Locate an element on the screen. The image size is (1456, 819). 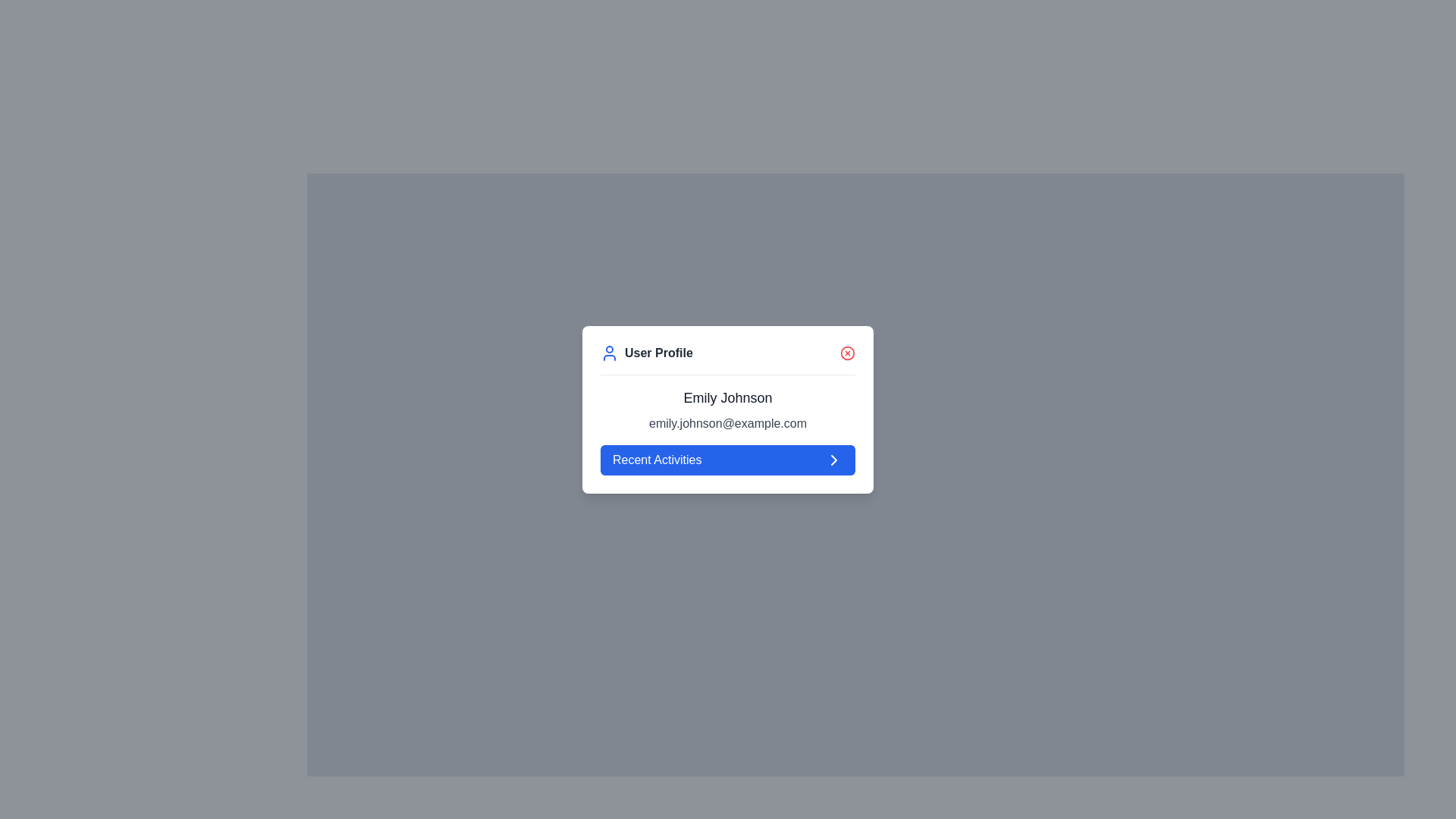
the chevron icon located on the far right of the 'Recent Activities' button is located at coordinates (833, 458).